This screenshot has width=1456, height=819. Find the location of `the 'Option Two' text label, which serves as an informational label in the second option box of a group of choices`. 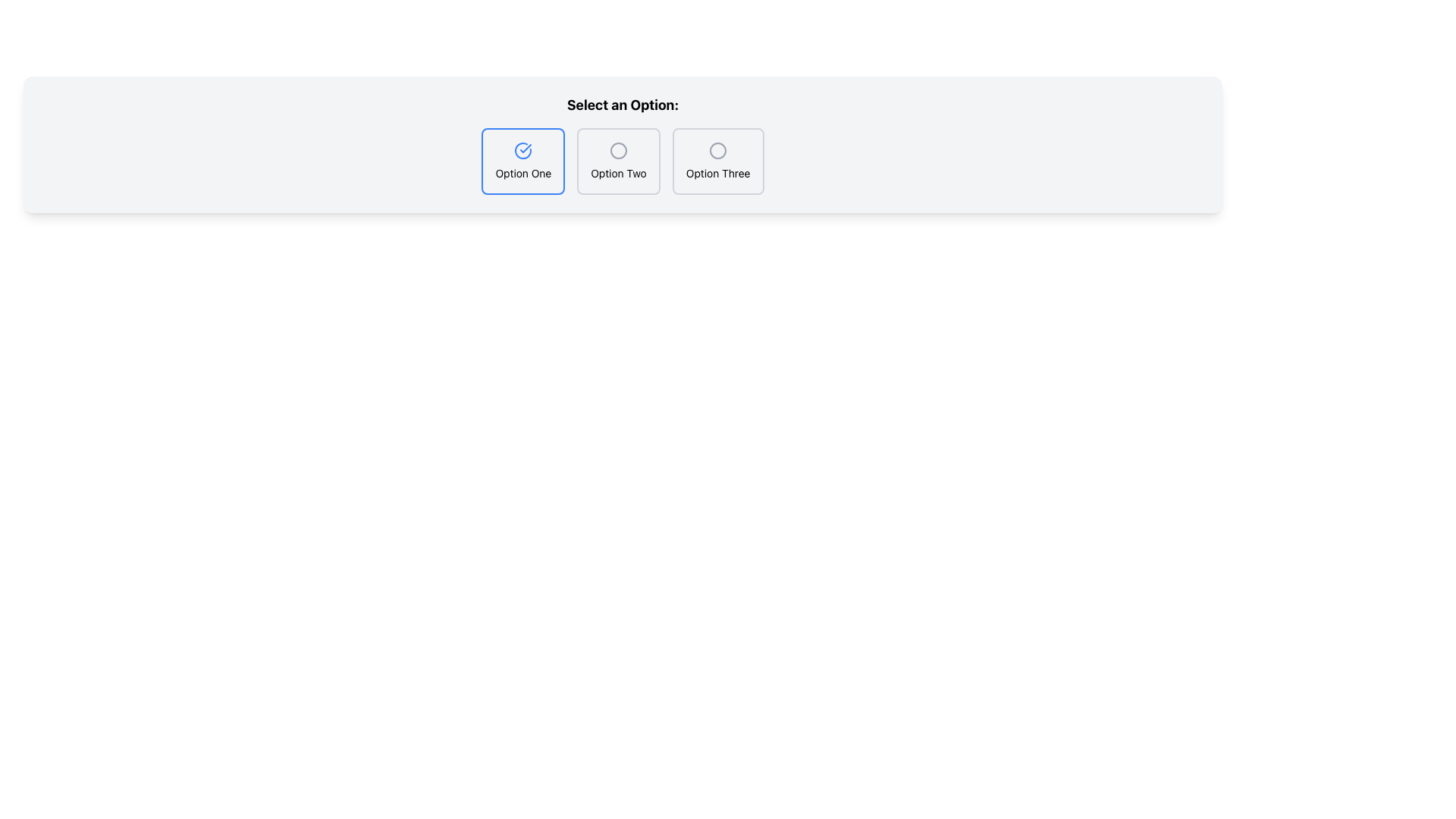

the 'Option Two' text label, which serves as an informational label in the second option box of a group of choices is located at coordinates (619, 172).